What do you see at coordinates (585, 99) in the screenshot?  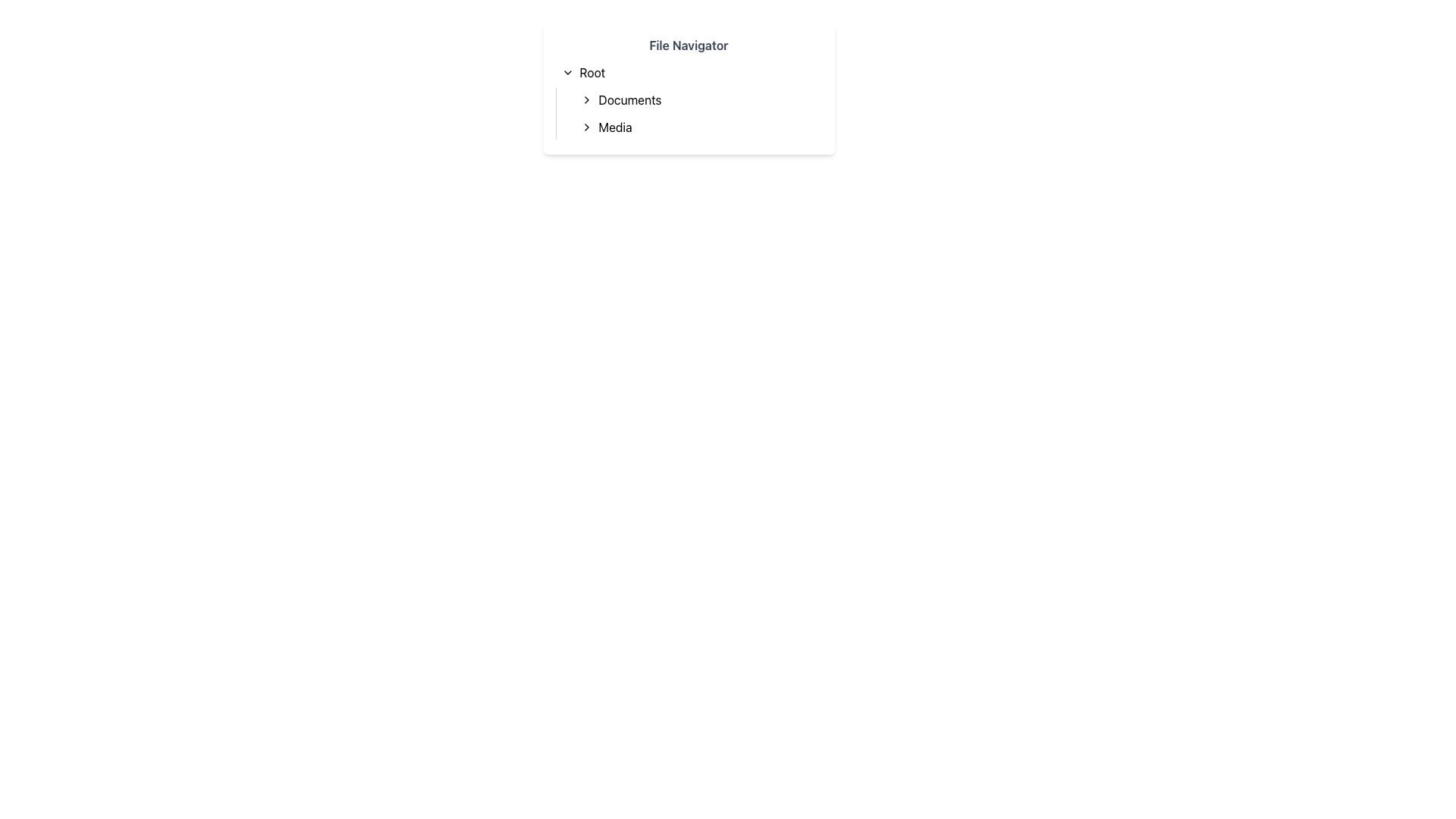 I see `the expandable/collapsible icon next to the 'Documents' label in the file navigator` at bounding box center [585, 99].